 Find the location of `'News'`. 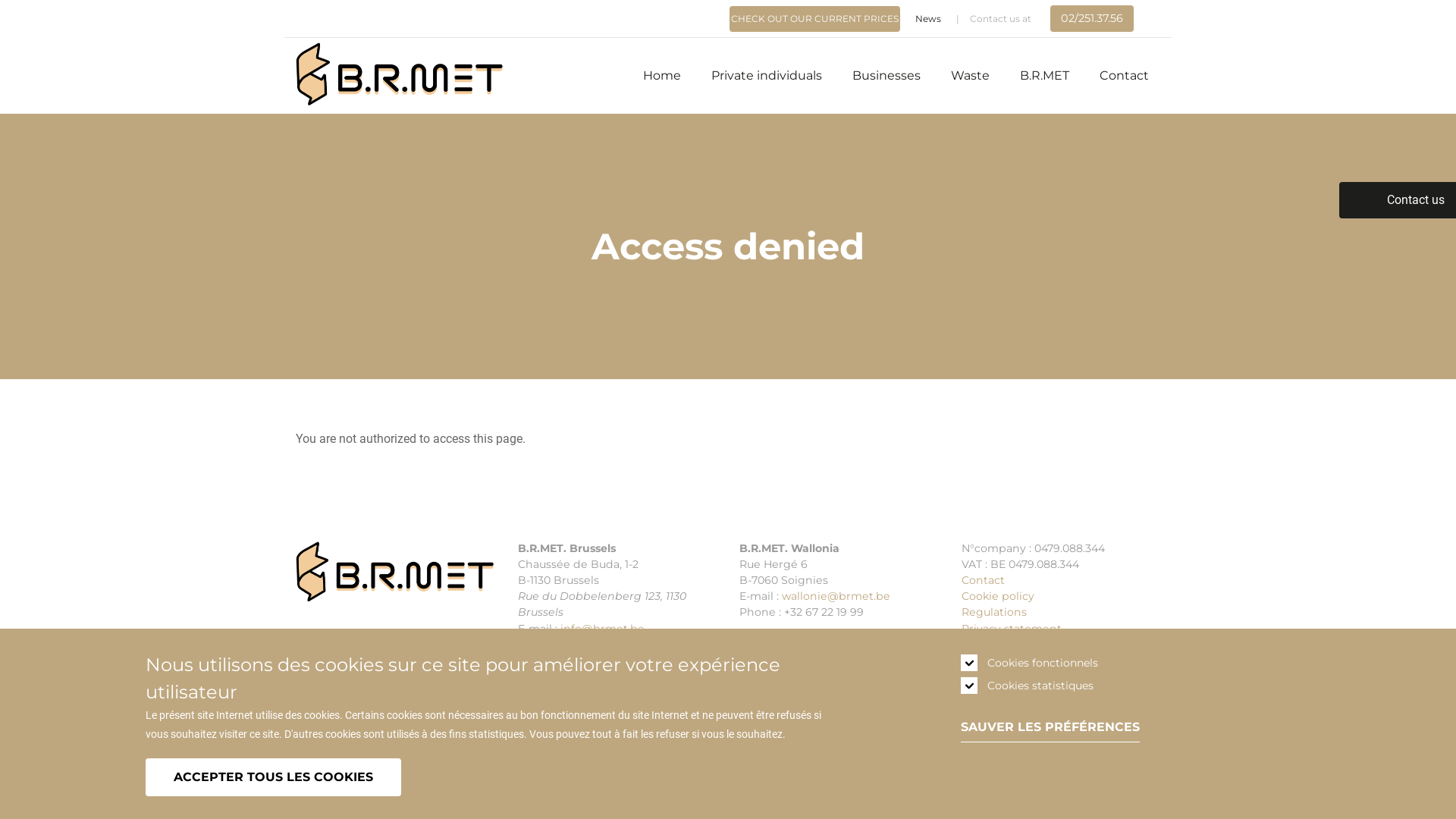

'News' is located at coordinates (927, 18).